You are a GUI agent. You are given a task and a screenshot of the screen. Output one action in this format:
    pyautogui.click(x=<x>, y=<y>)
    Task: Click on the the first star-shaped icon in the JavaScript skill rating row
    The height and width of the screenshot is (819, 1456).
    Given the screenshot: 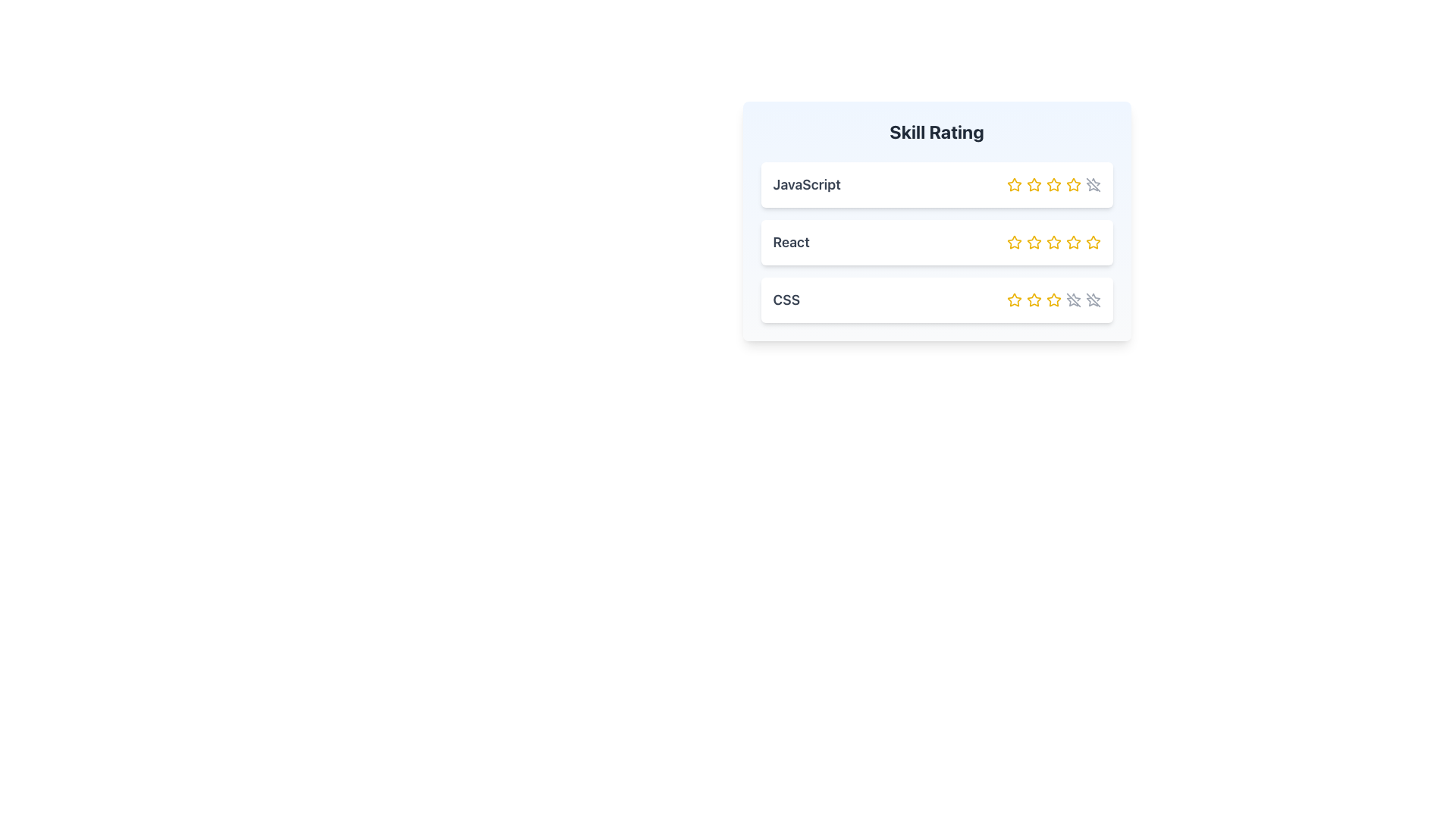 What is the action you would take?
    pyautogui.click(x=1014, y=184)
    